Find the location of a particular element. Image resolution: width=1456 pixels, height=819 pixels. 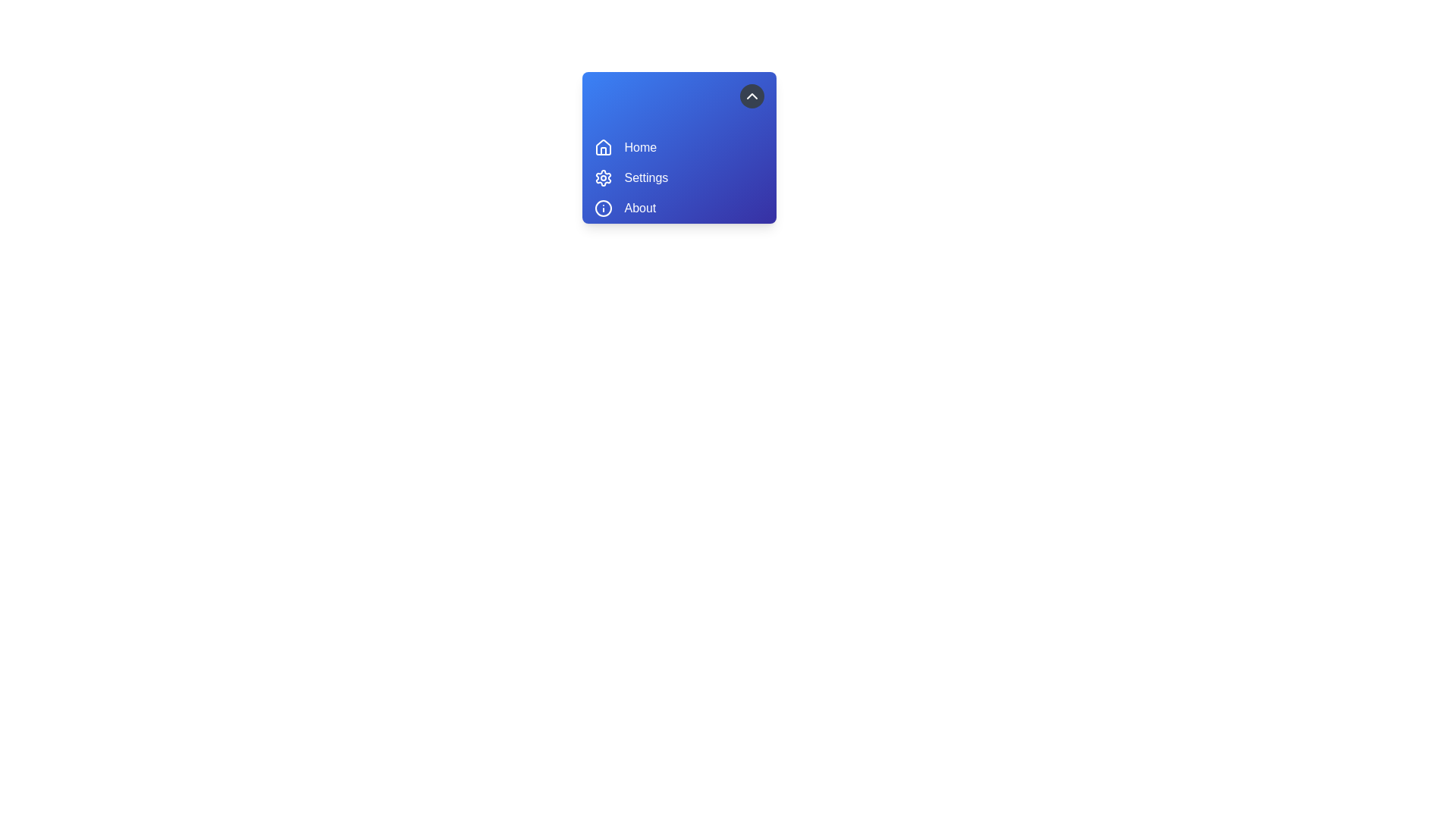

the 'About' text label displayed in white color within a dropdown menu is located at coordinates (640, 208).